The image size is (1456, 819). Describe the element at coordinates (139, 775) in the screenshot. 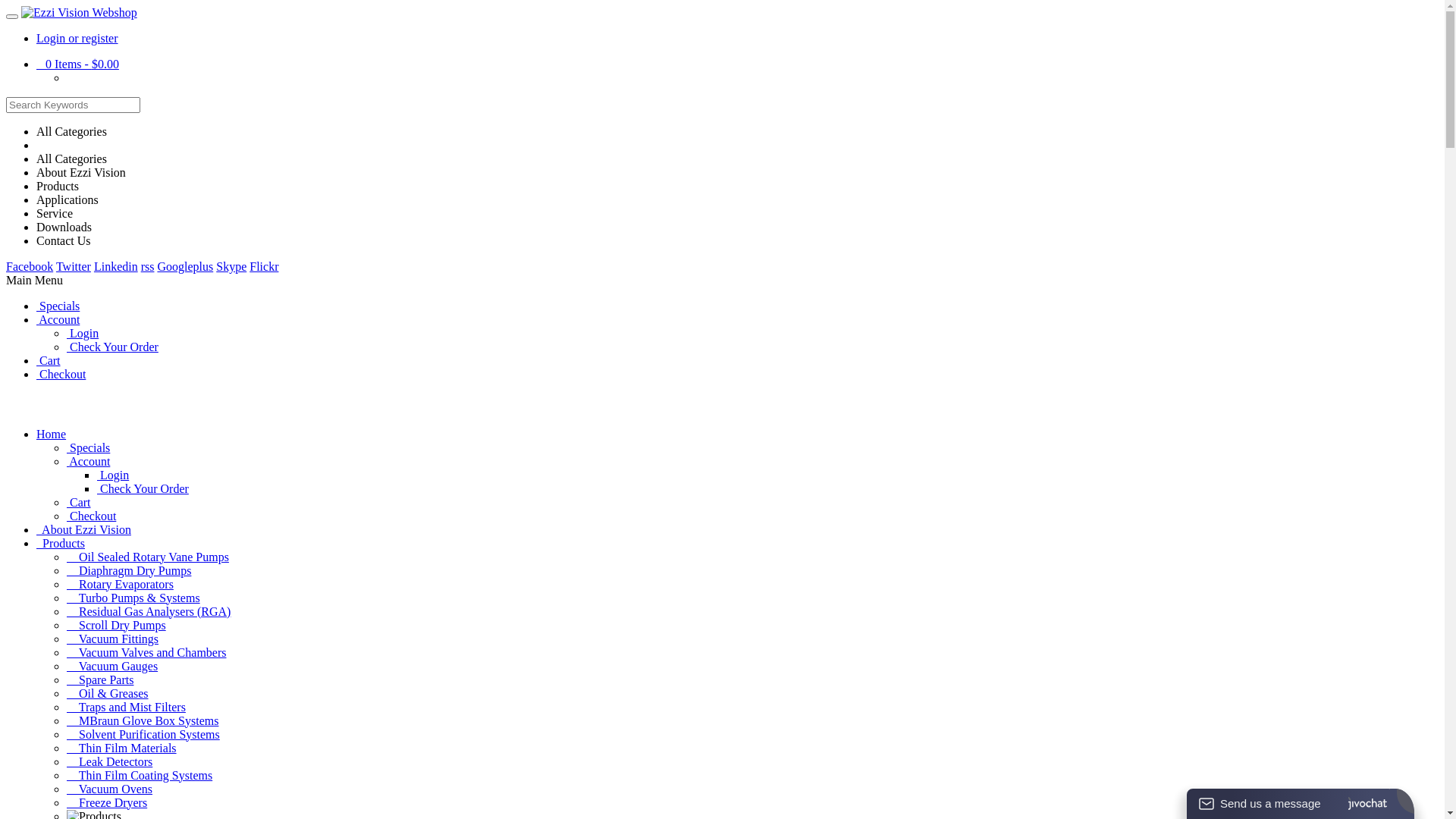

I see `'    Thin Film Coating Systems'` at that location.